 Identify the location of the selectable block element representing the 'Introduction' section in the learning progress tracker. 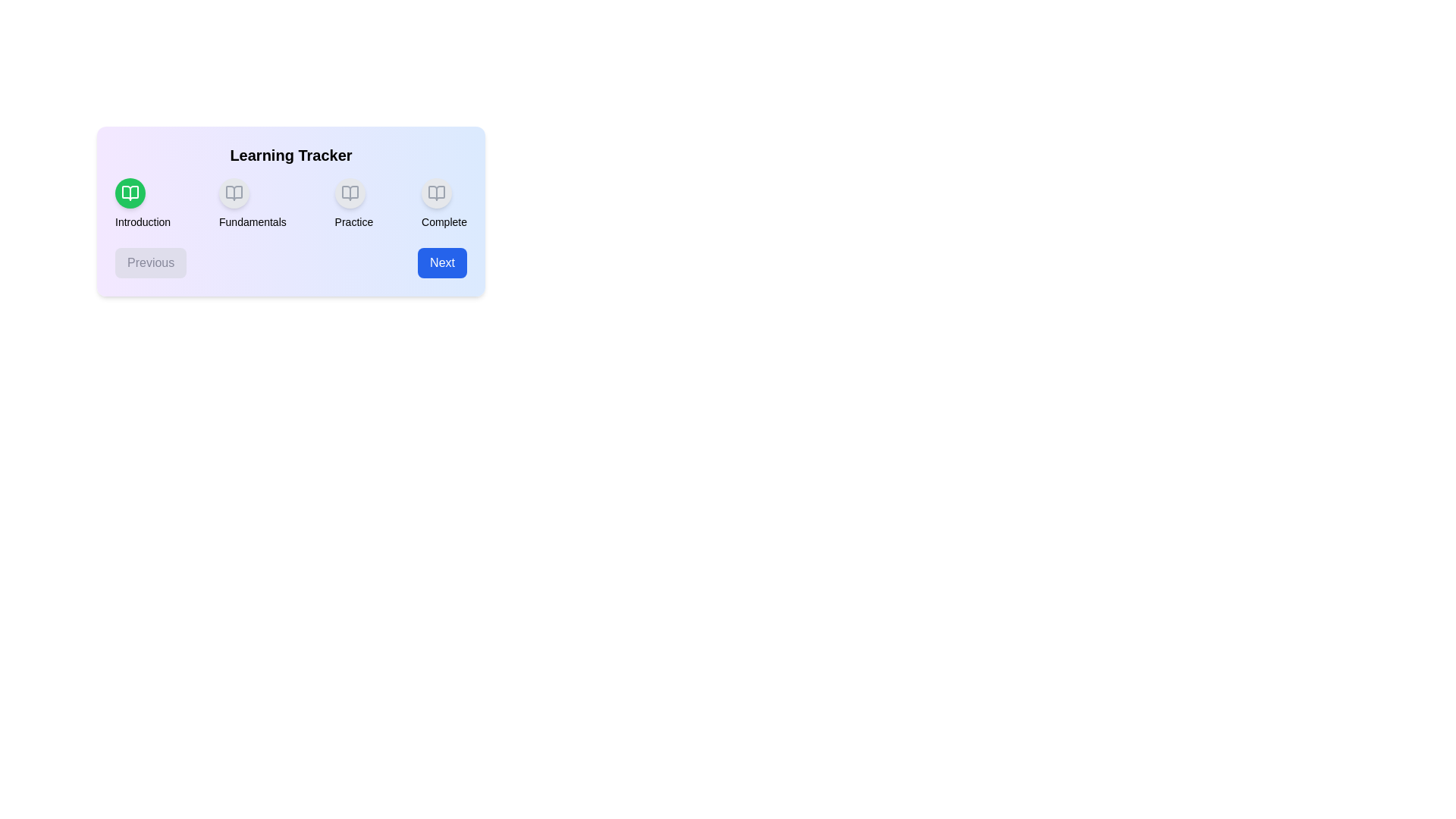
(143, 203).